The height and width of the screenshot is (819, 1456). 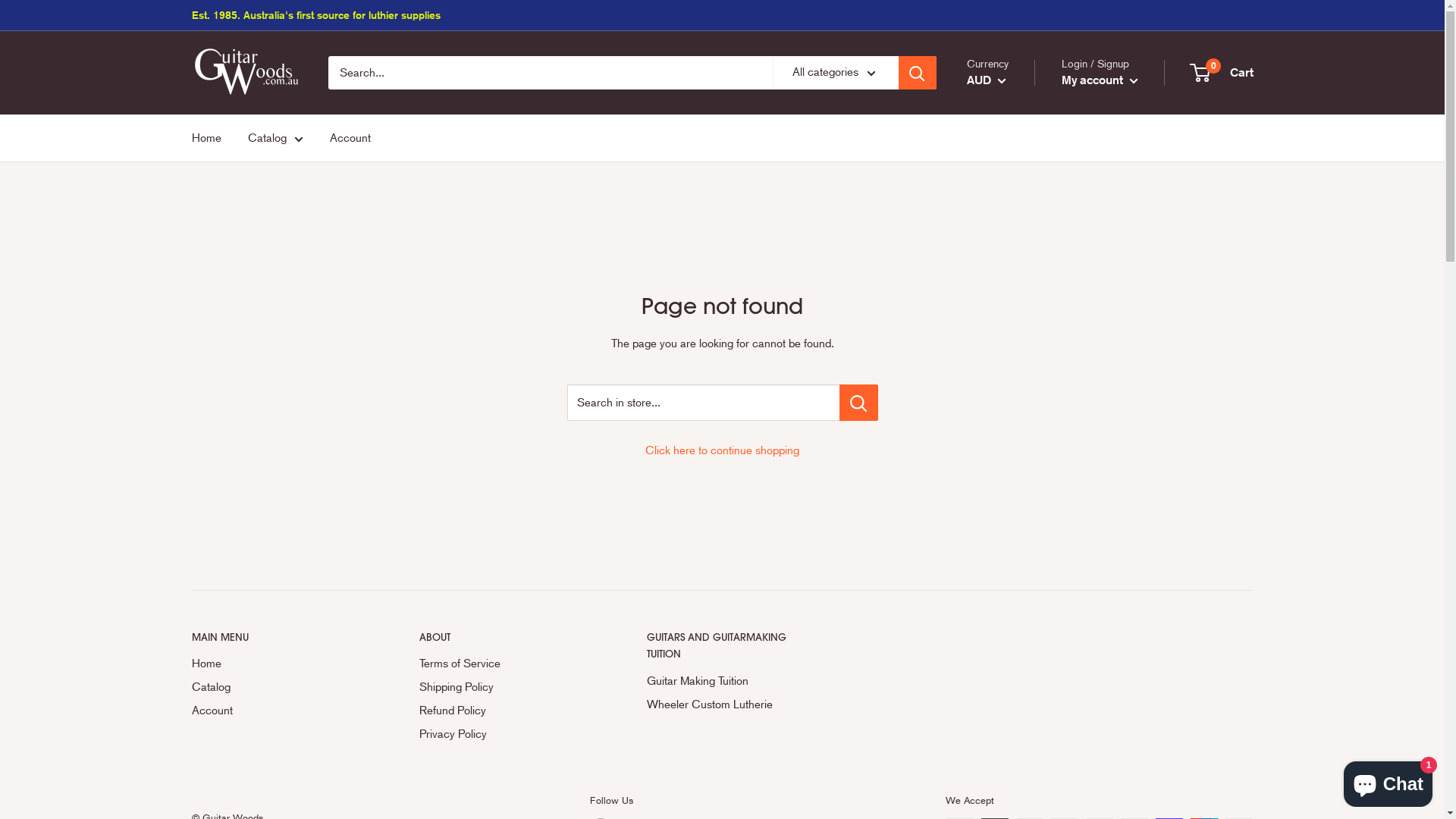 I want to click on '0, so click(x=1222, y=73).